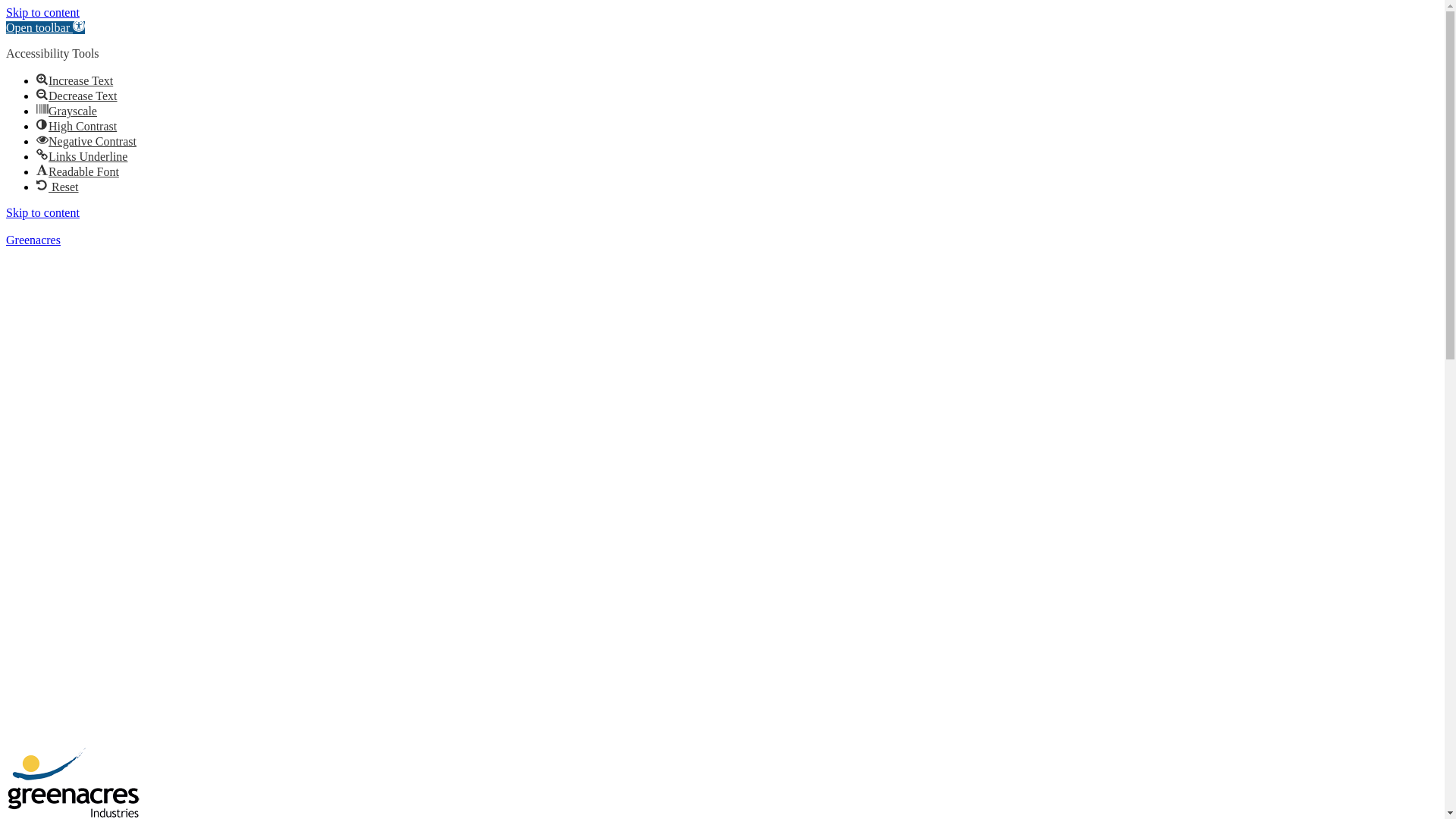  What do you see at coordinates (36, 141) in the screenshot?
I see `'Negative ContrastNegative Contrast'` at bounding box center [36, 141].